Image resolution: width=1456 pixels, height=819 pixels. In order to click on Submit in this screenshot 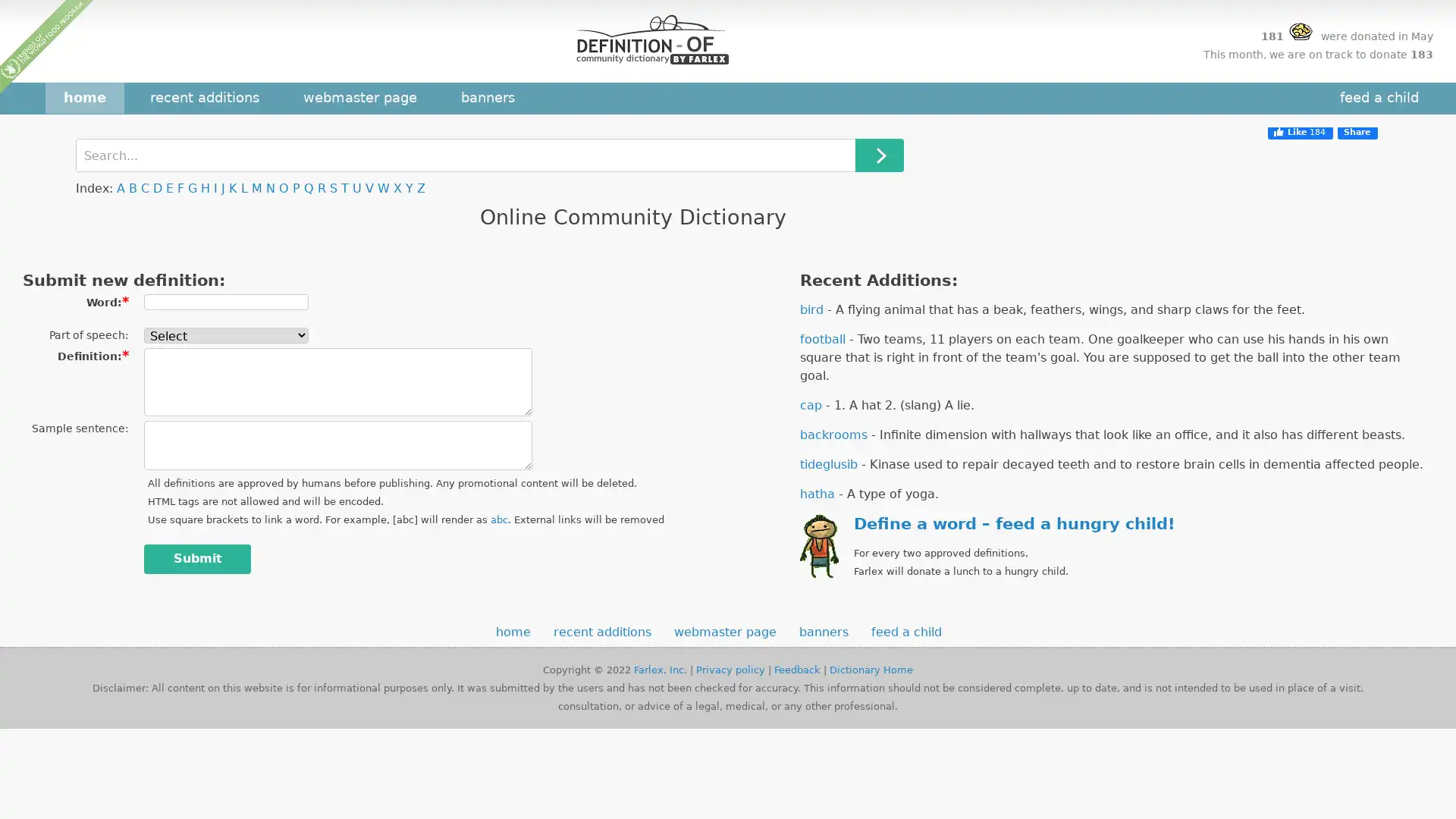, I will do `click(196, 559)`.